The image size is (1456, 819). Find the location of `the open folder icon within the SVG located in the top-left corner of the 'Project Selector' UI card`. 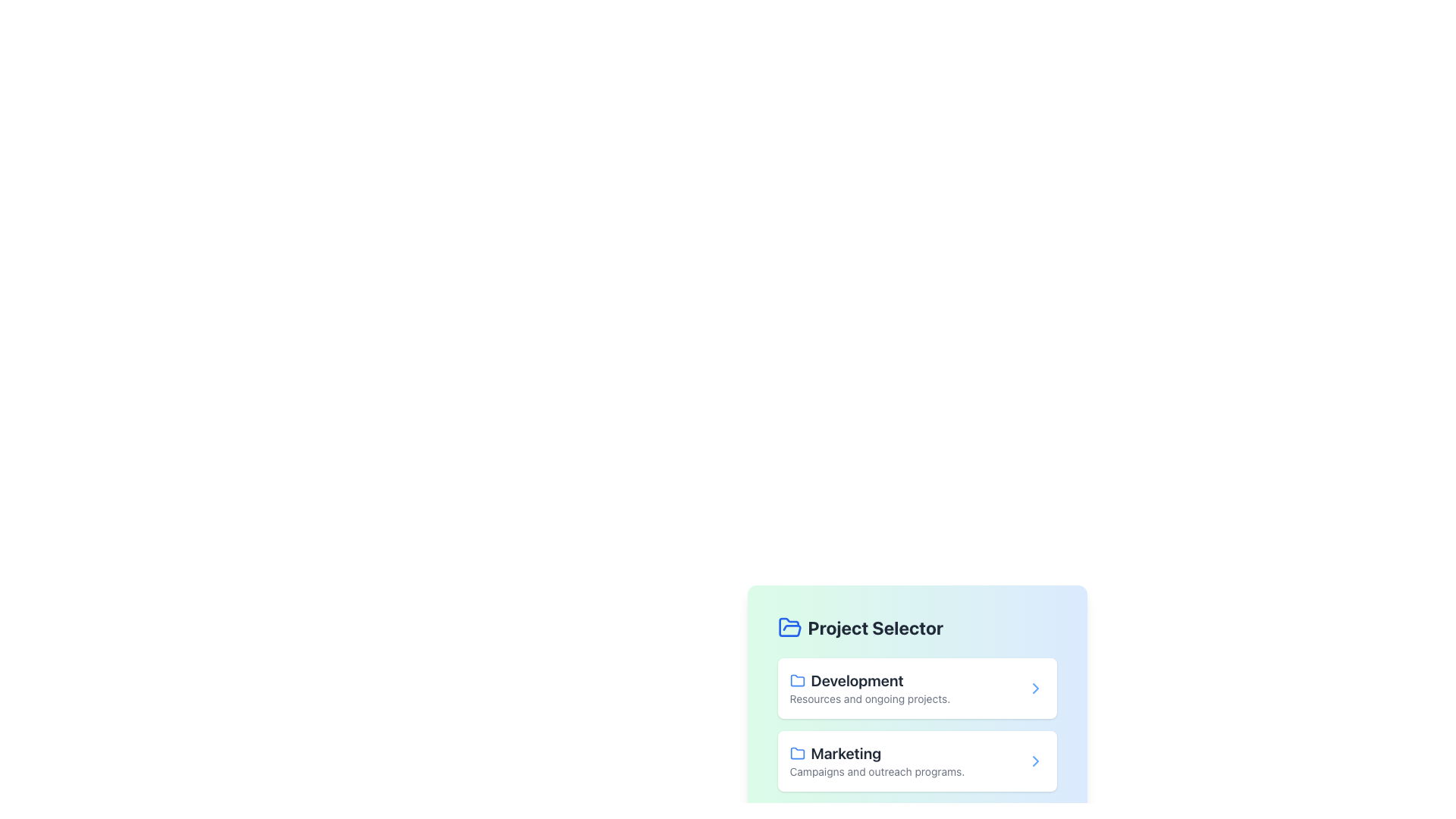

the open folder icon within the SVG located in the top-left corner of the 'Project Selector' UI card is located at coordinates (789, 627).